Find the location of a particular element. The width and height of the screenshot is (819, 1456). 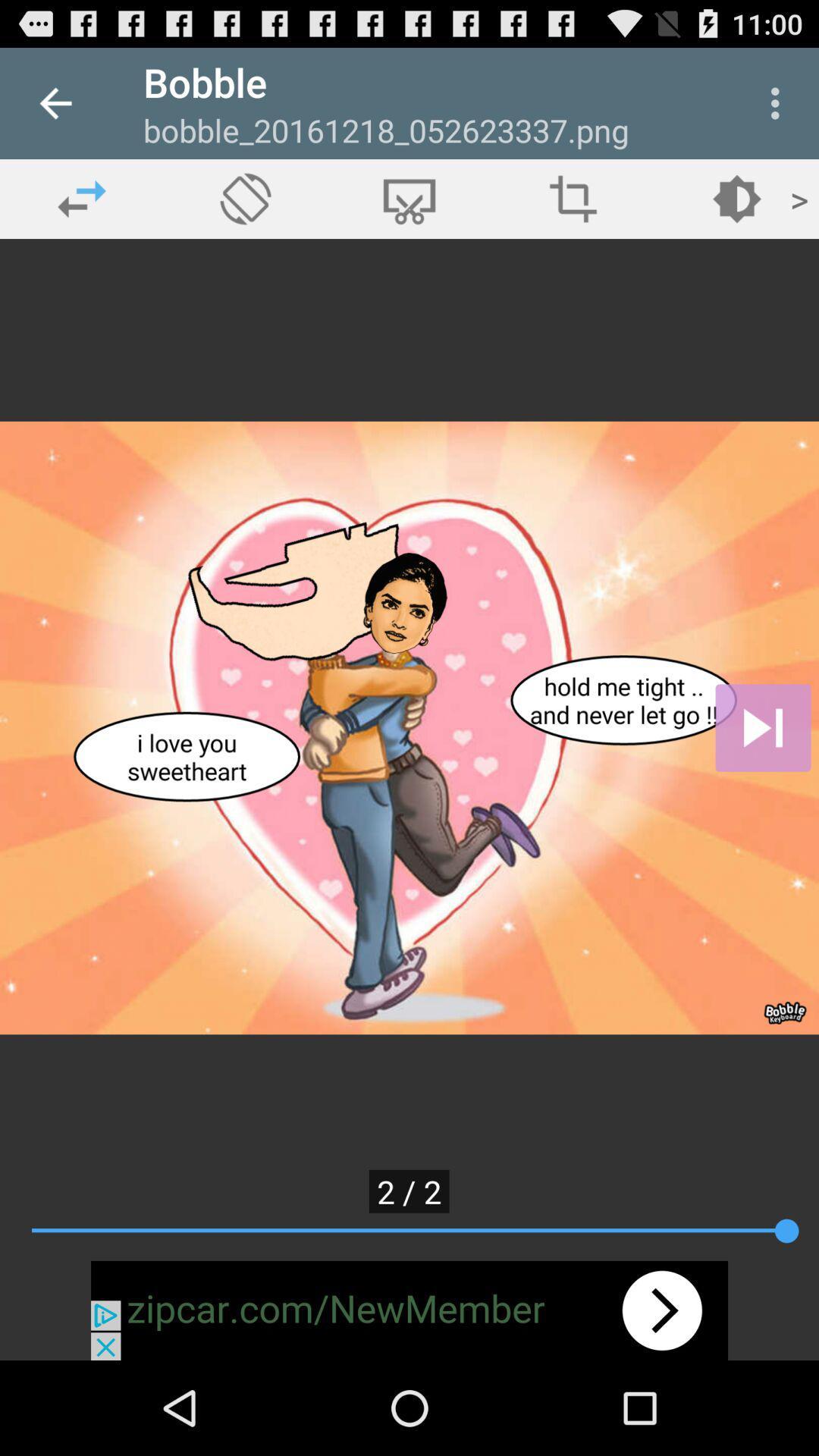

reduce size button is located at coordinates (573, 198).